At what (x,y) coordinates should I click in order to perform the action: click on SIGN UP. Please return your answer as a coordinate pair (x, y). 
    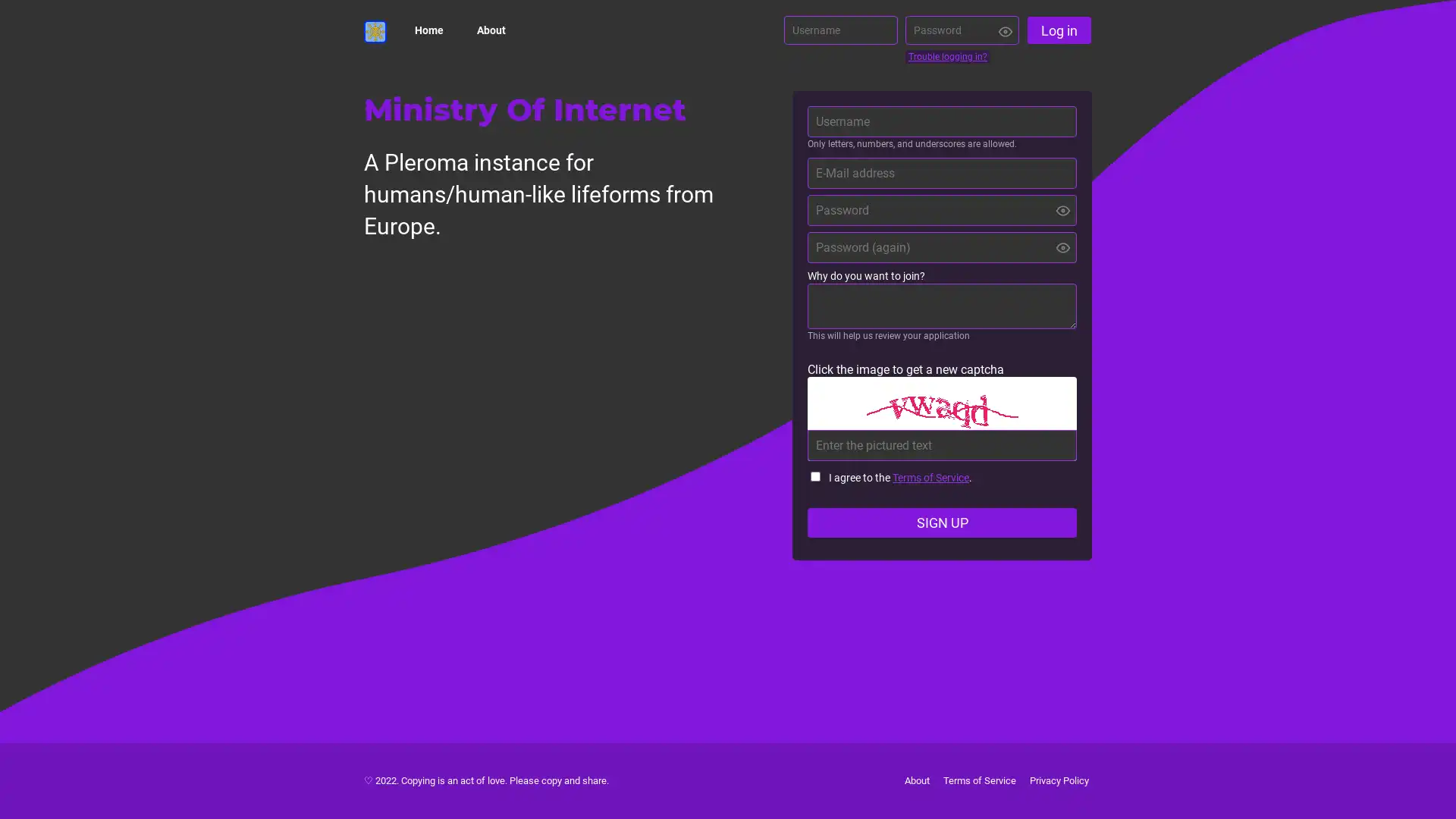
    Looking at the image, I should click on (941, 522).